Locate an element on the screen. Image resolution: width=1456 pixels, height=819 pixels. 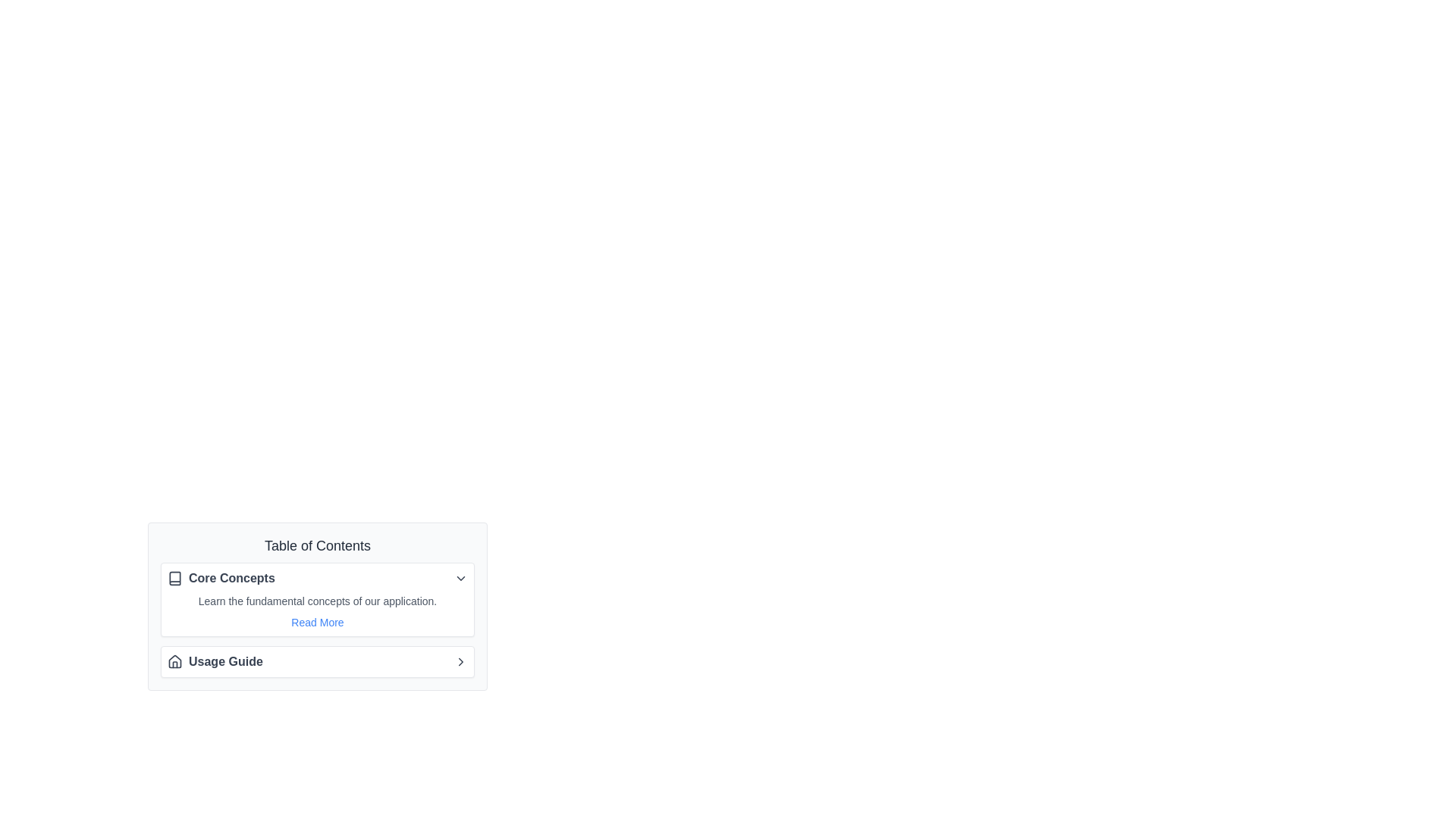
the top content card within the 'Table of Contents' section that provides a brief introduction to core concepts and includes a link for further reading is located at coordinates (316, 605).